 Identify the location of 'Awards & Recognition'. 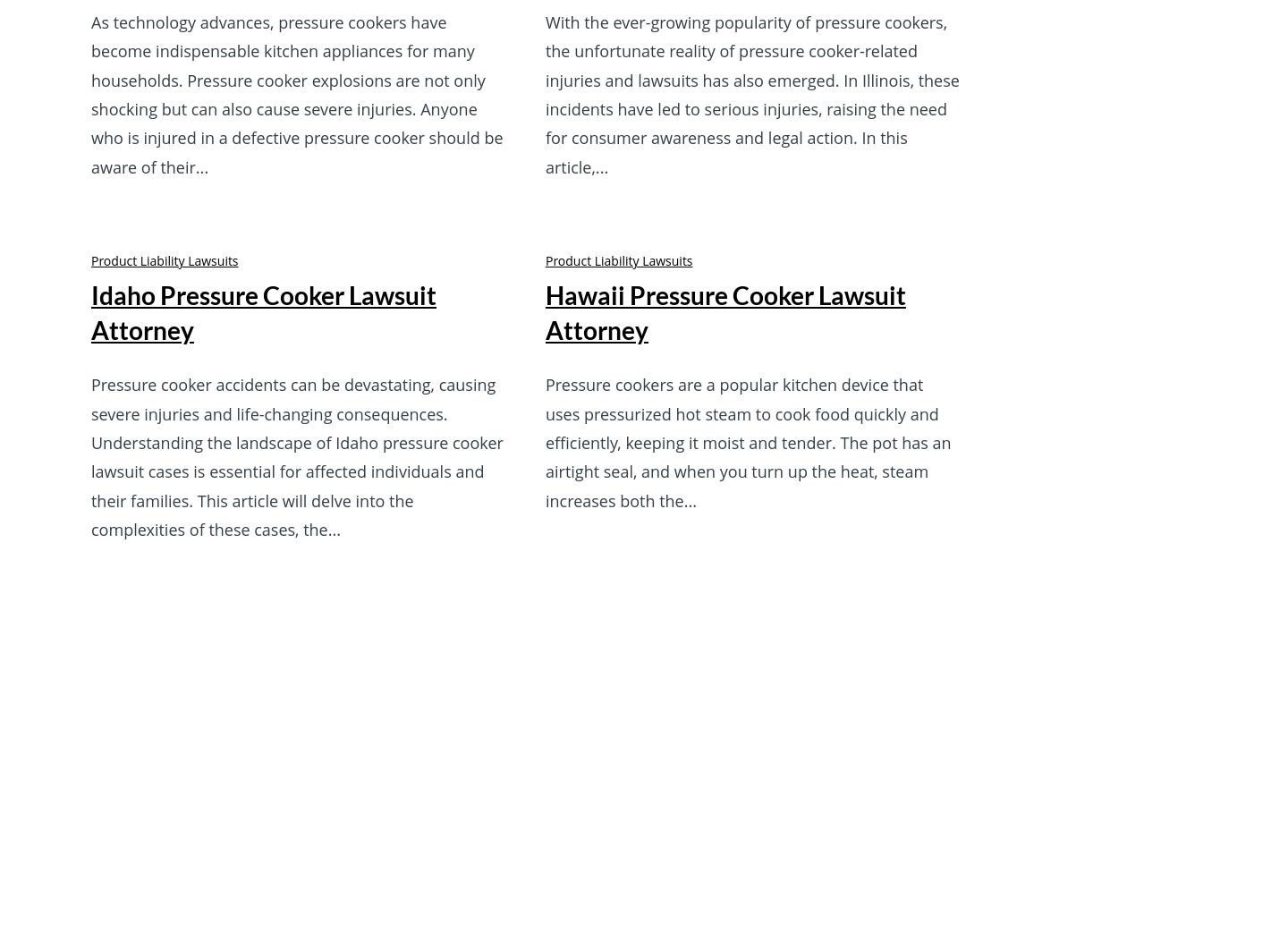
(432, 594).